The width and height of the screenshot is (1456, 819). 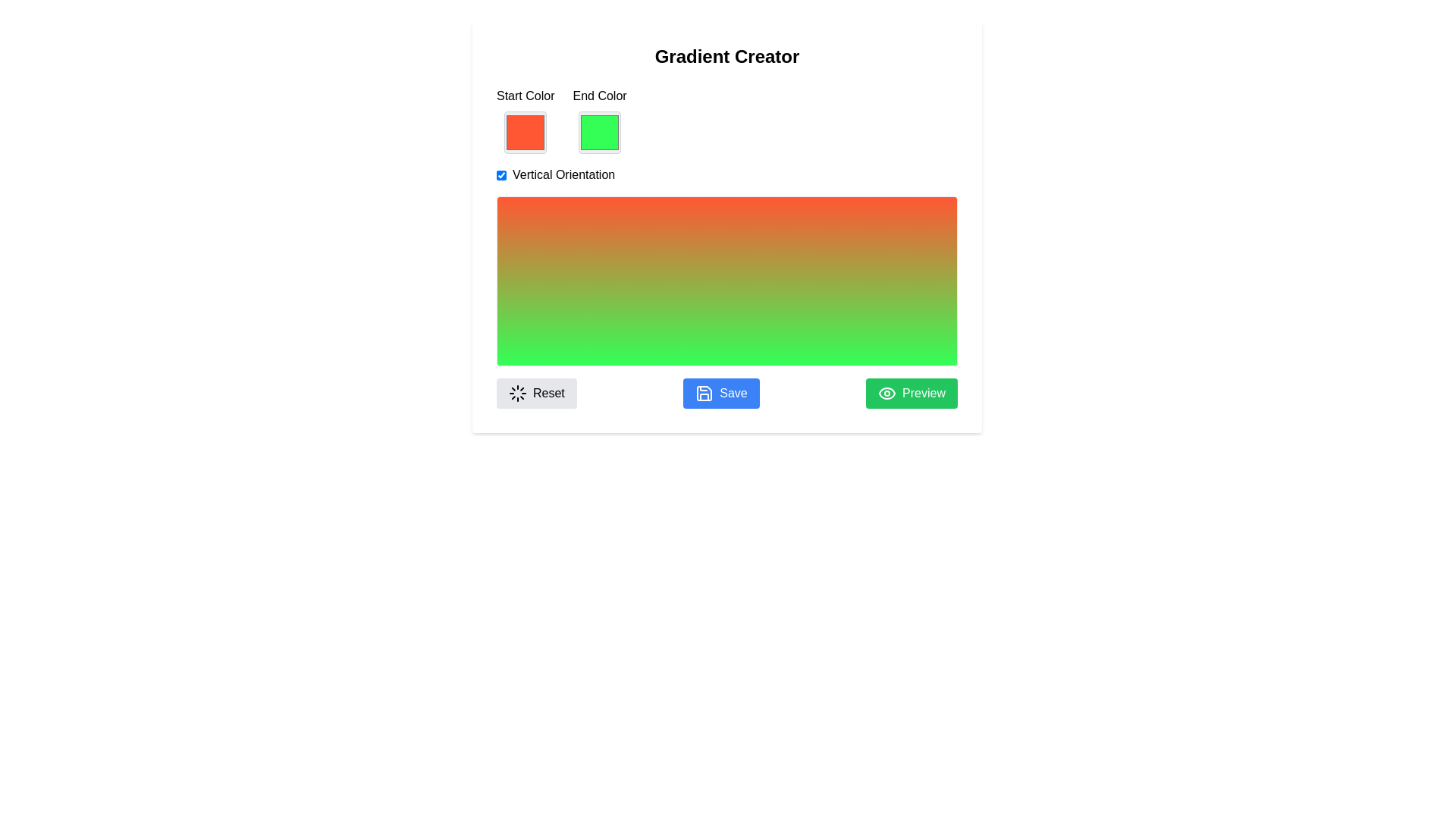 I want to click on the floppy disk icon that represents the 'Save' button, located at the bottom center of the interface, so click(x=704, y=393).